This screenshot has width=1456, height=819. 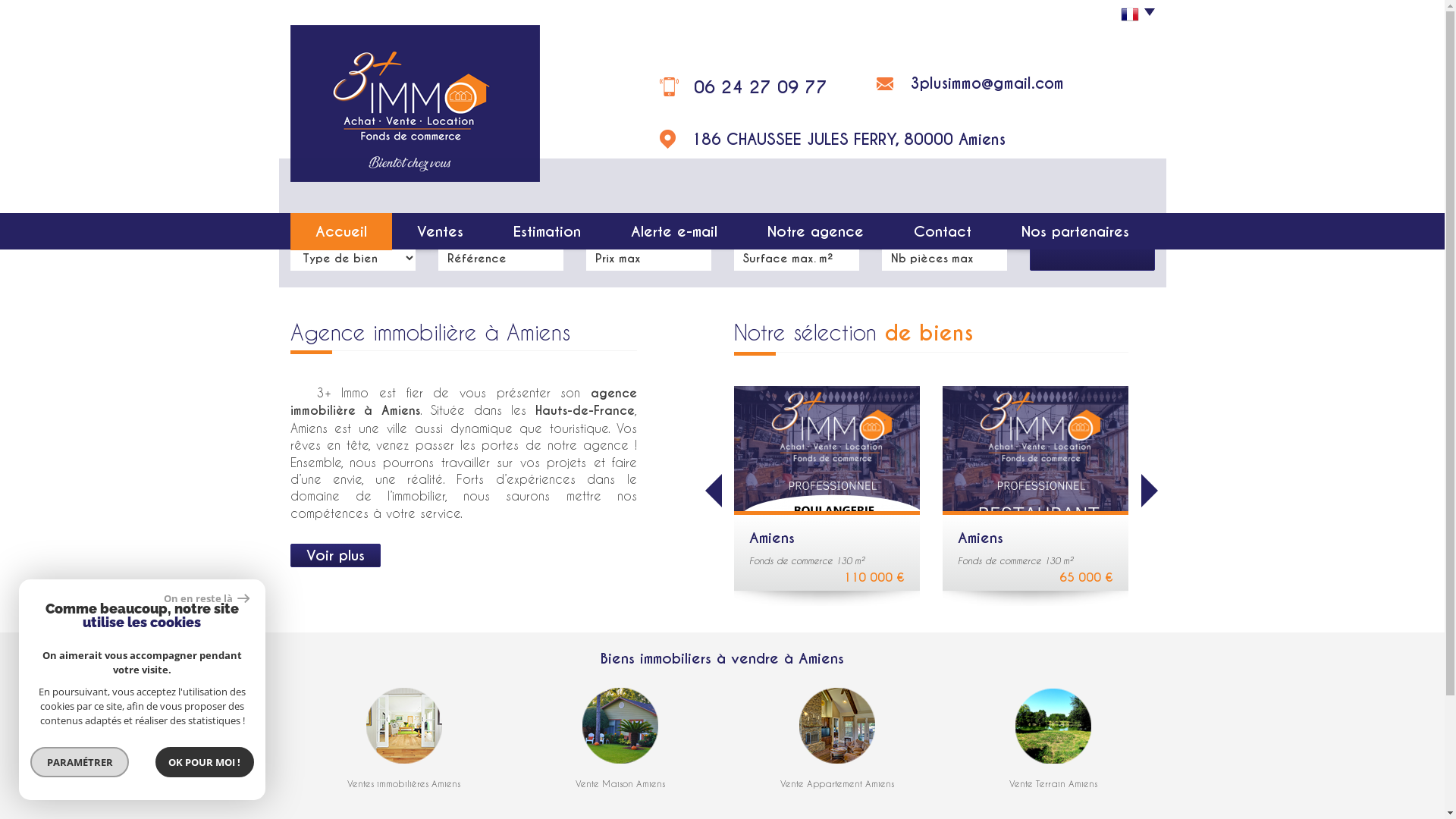 What do you see at coordinates (942, 231) in the screenshot?
I see `'Contact'` at bounding box center [942, 231].